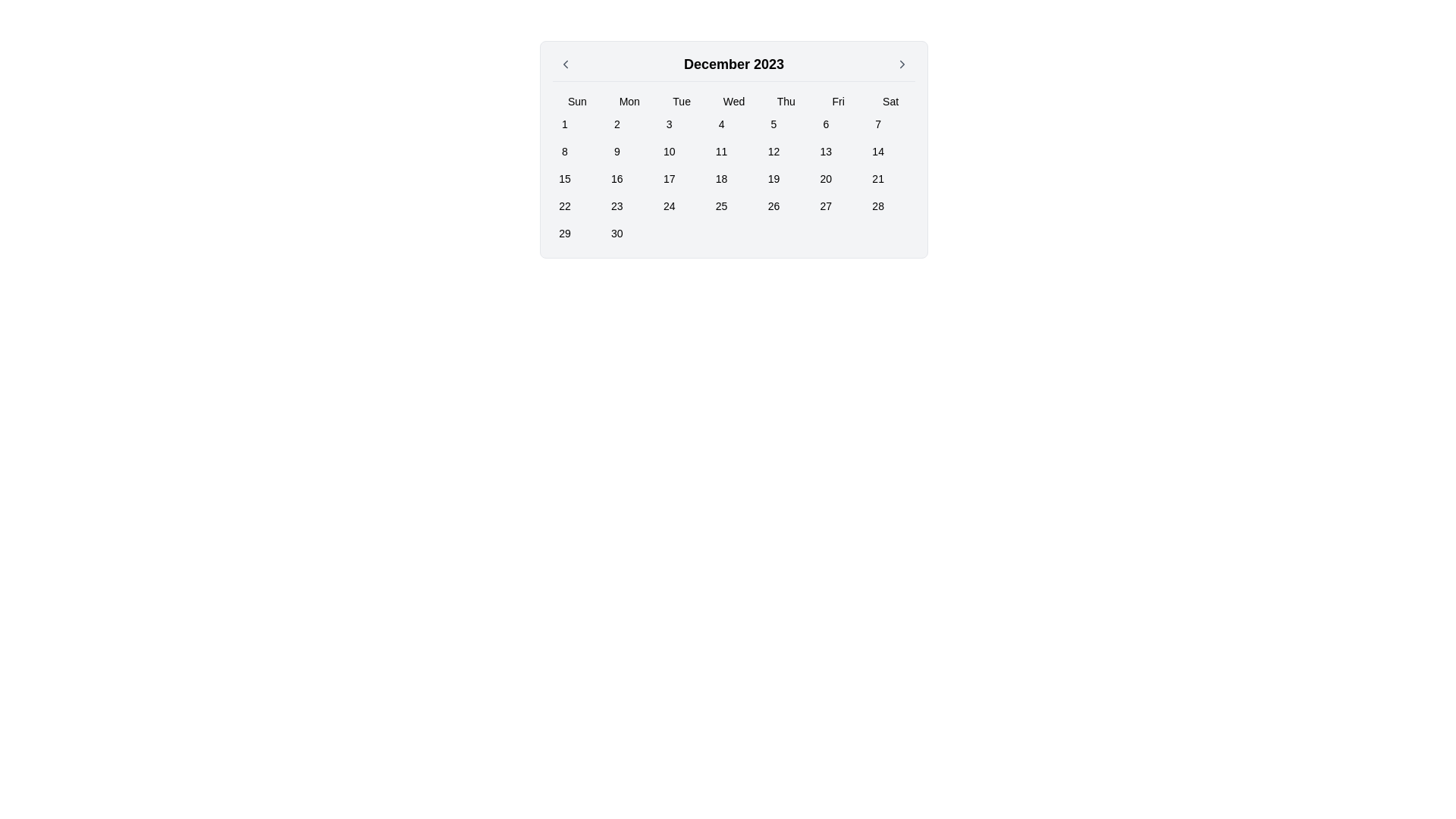  What do you see at coordinates (878, 152) in the screenshot?
I see `the selectable date button for the 14th of December in the calendar interface under the label 'December 2023'` at bounding box center [878, 152].